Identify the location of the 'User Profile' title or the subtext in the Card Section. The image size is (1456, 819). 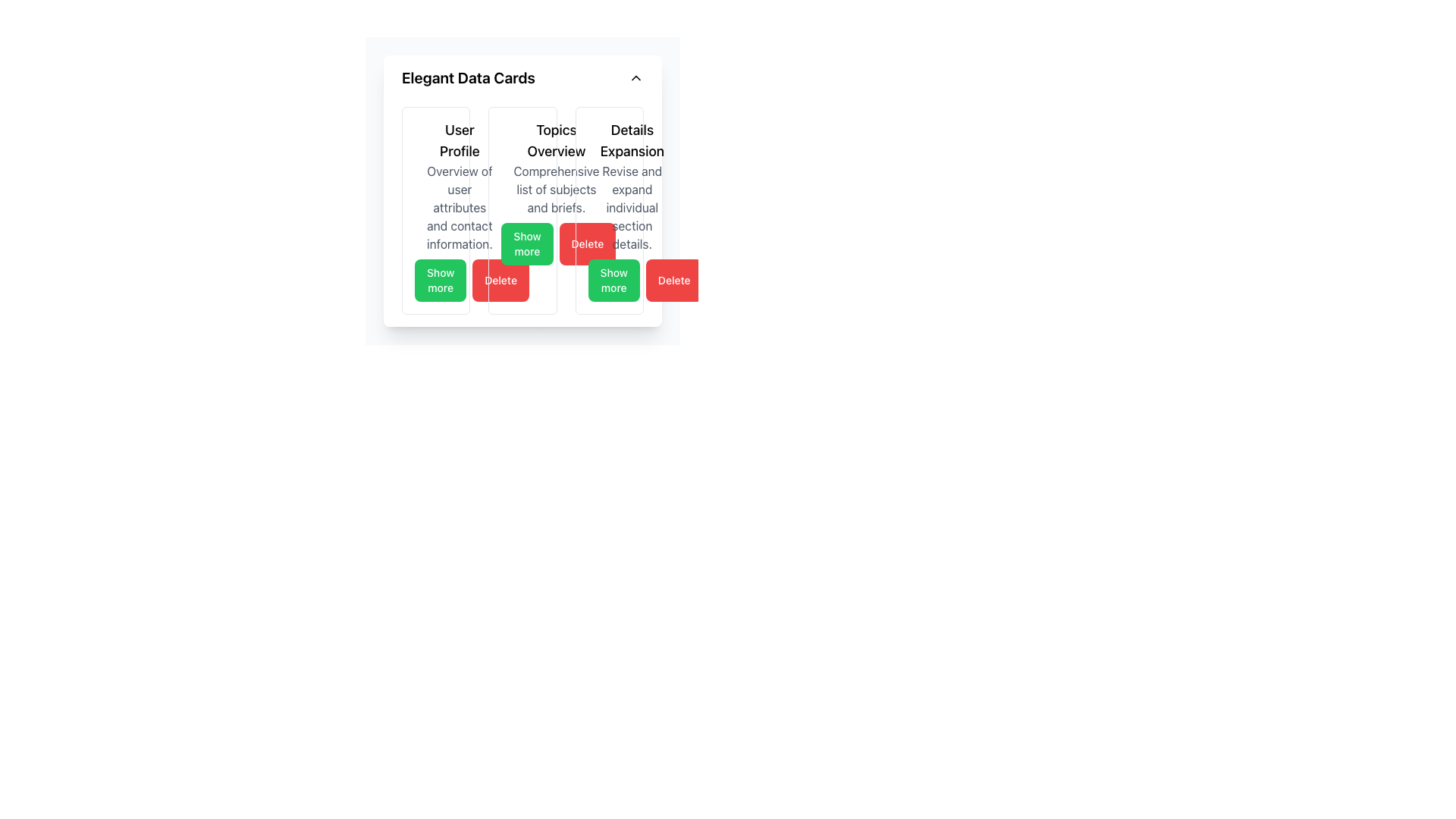
(435, 186).